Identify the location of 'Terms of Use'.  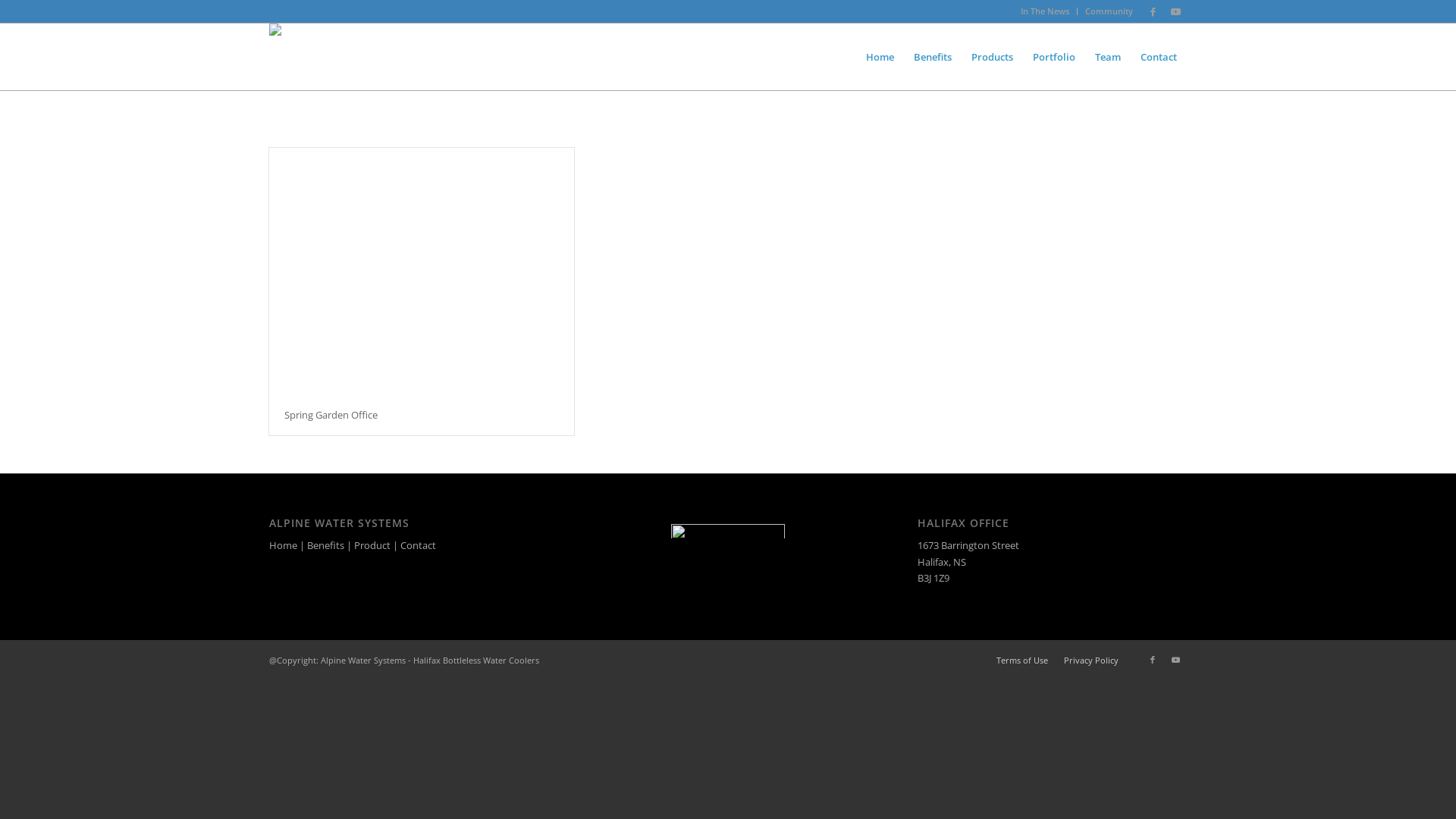
(1022, 659).